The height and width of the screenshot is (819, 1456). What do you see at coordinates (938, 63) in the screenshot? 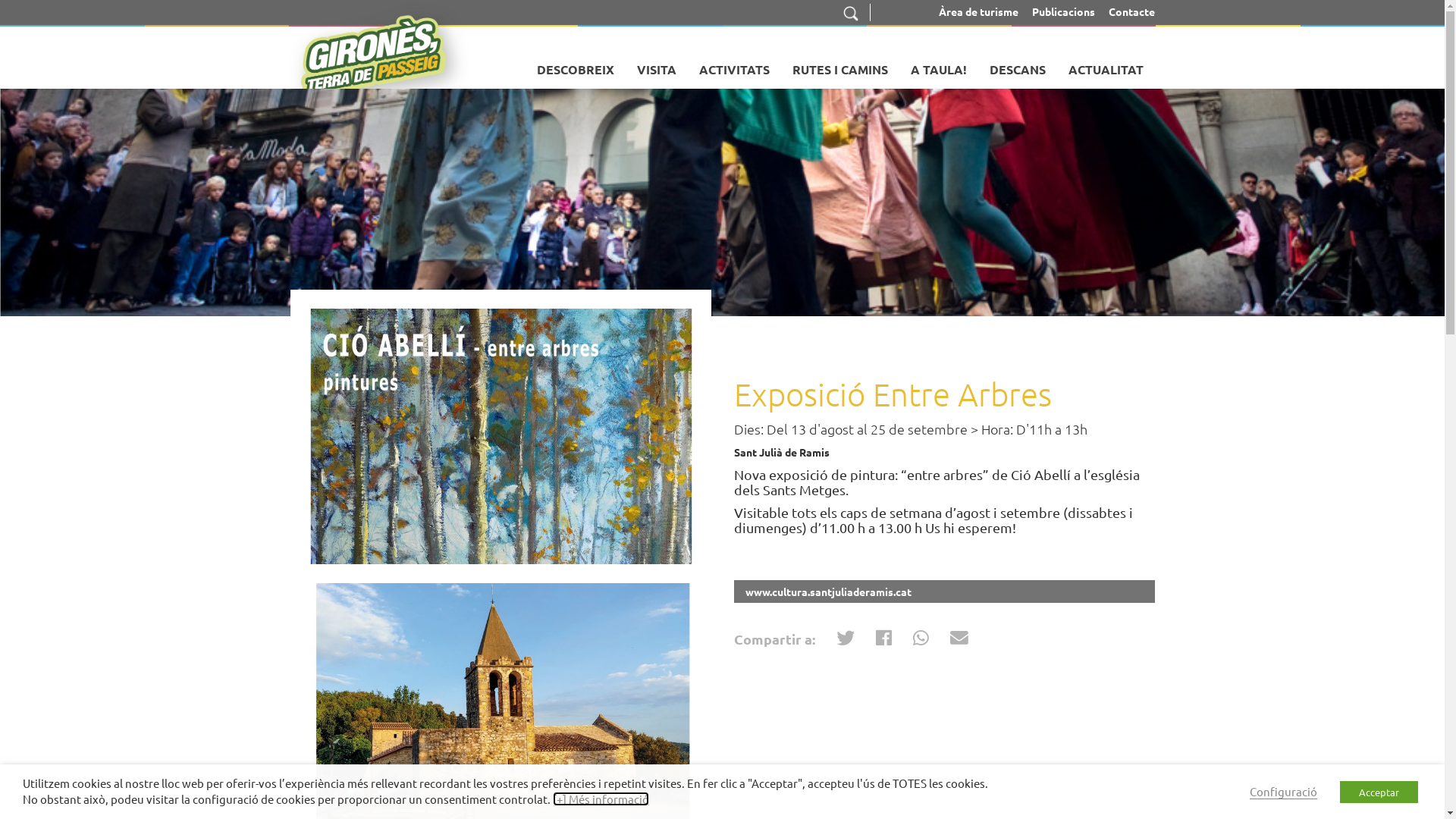
I see `'A TAULA!'` at bounding box center [938, 63].